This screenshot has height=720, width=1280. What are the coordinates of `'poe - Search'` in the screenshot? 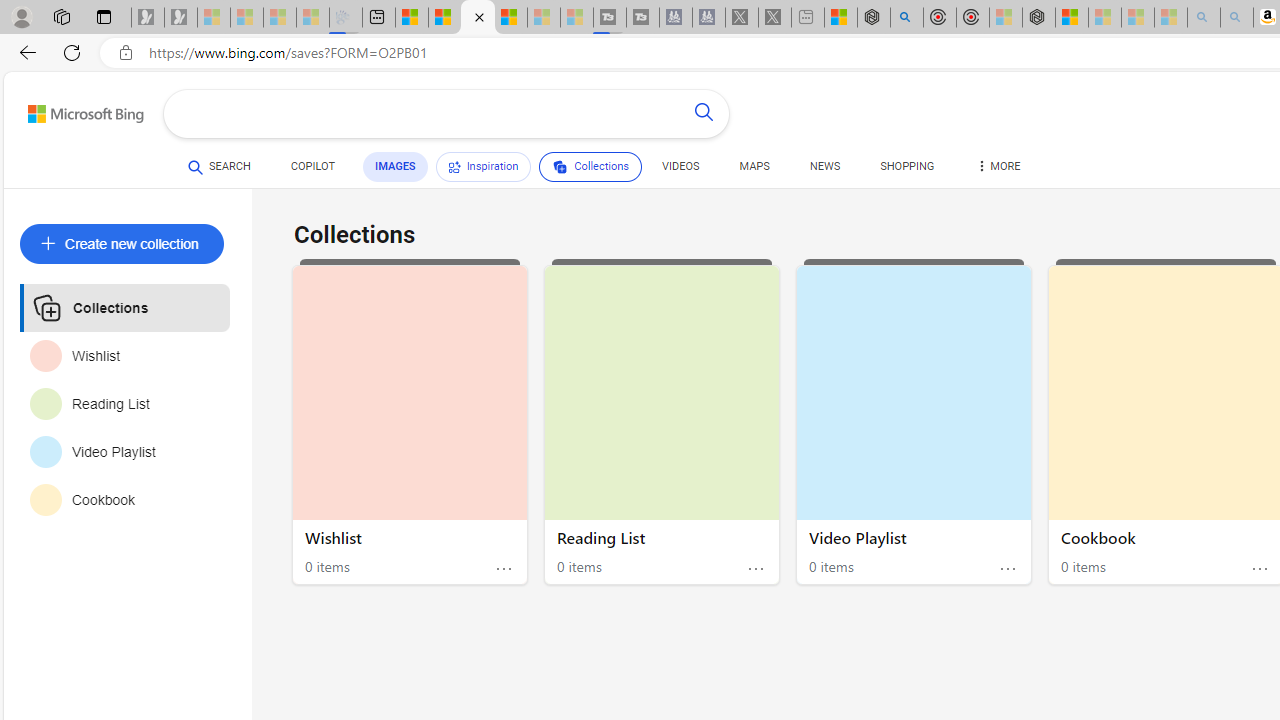 It's located at (905, 17).